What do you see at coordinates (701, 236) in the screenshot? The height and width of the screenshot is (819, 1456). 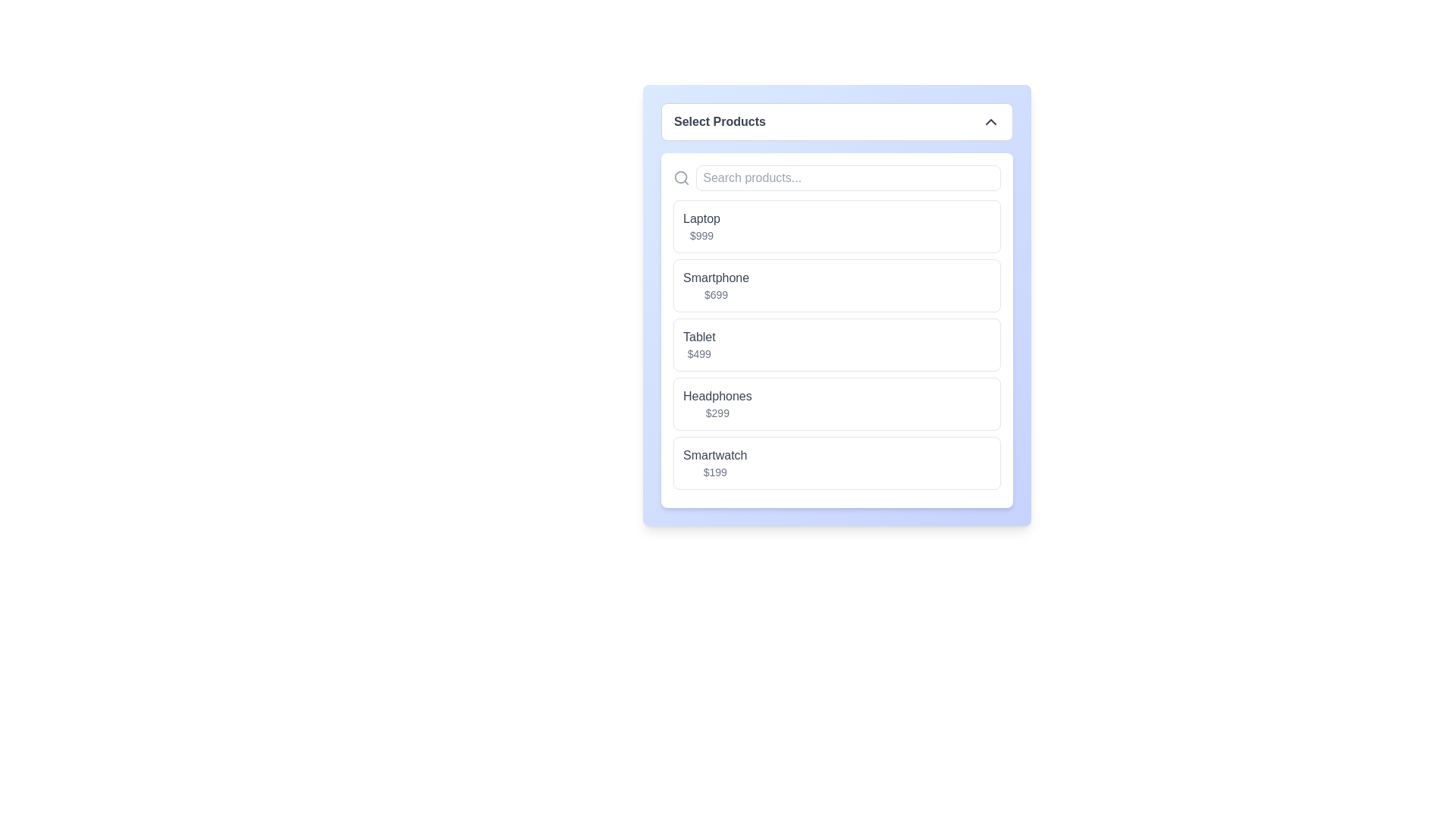 I see `the price tag displaying '$999', which is positioned below the product name 'Laptop' in the product list` at bounding box center [701, 236].